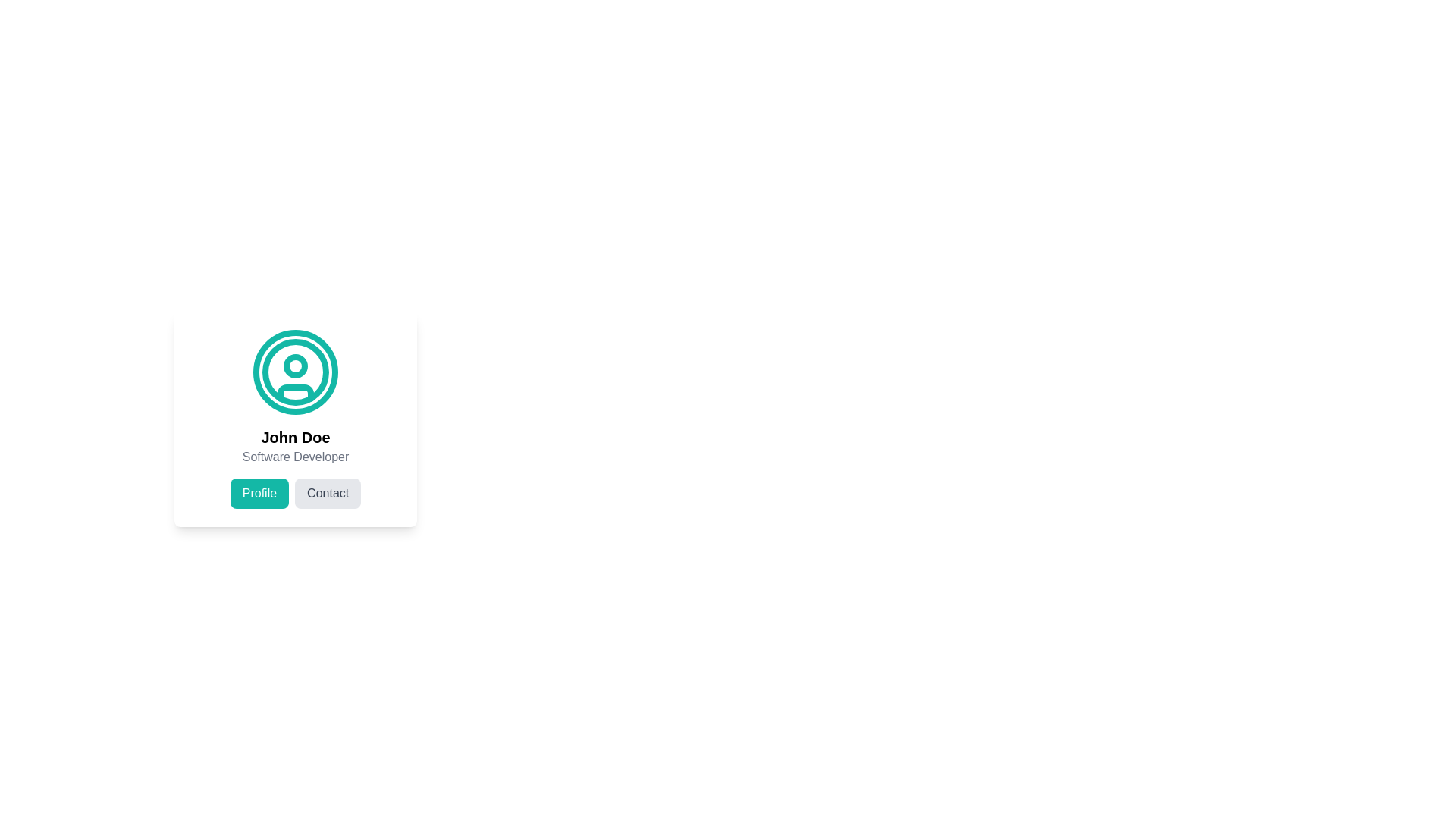 Image resolution: width=1456 pixels, height=819 pixels. Describe the element at coordinates (295, 372) in the screenshot. I see `the user profile icon located at the upper part of the card, directly above the text 'John Doe'` at that location.